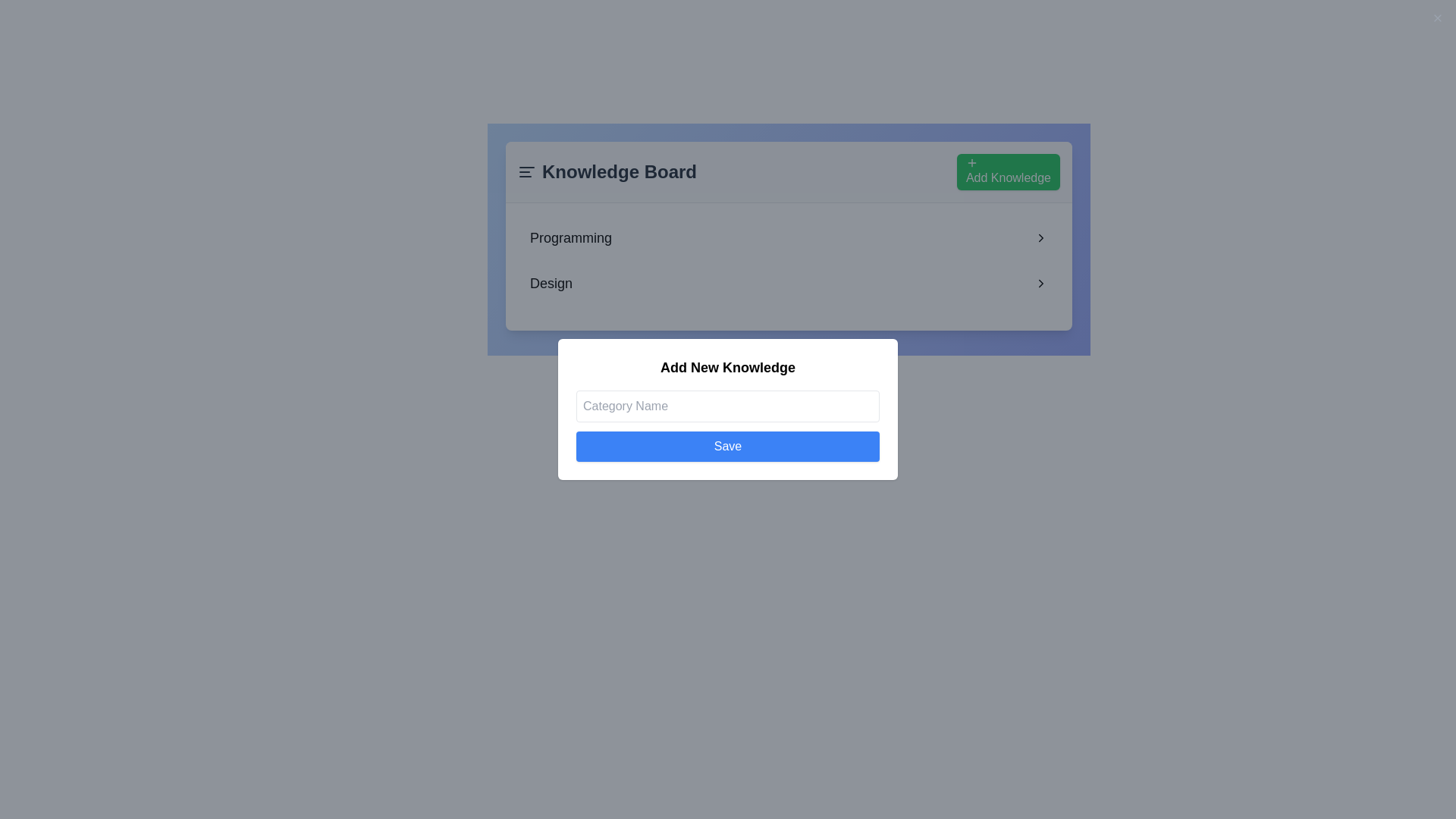 The width and height of the screenshot is (1456, 819). I want to click on the Hamburger Menu icon located in the top-left corner of the 'Knowledge Board' panel, so click(527, 171).